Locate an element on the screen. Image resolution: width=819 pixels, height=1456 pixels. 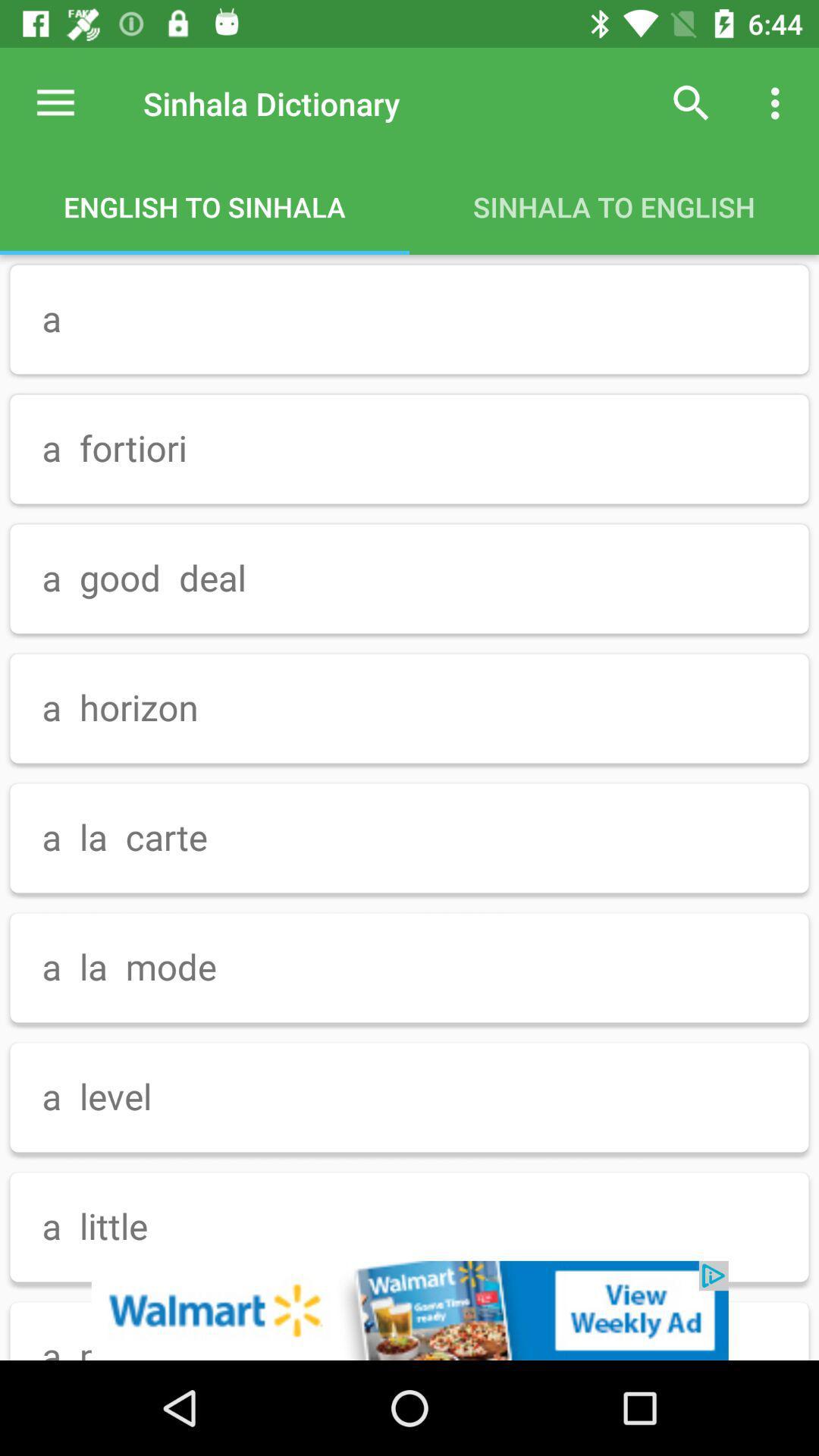
open advertisement is located at coordinates (409, 1310).